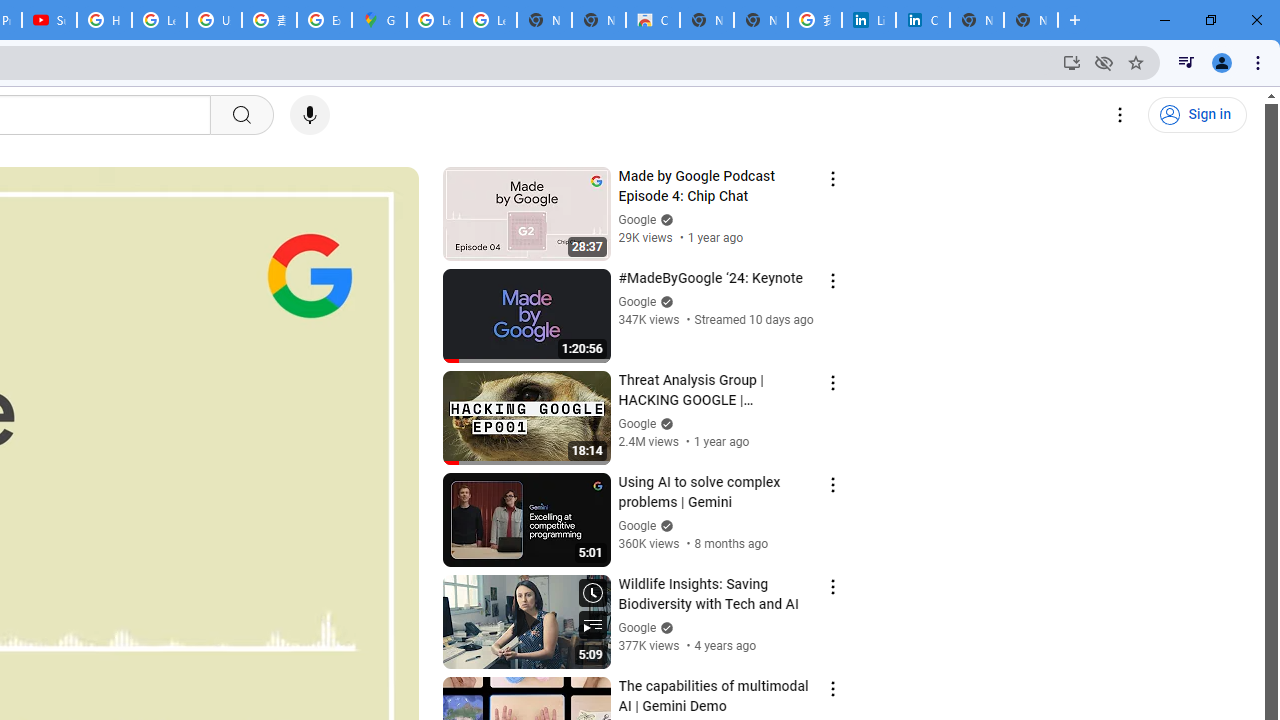 The height and width of the screenshot is (720, 1280). Describe the element at coordinates (1031, 20) in the screenshot. I see `'New Tab'` at that location.